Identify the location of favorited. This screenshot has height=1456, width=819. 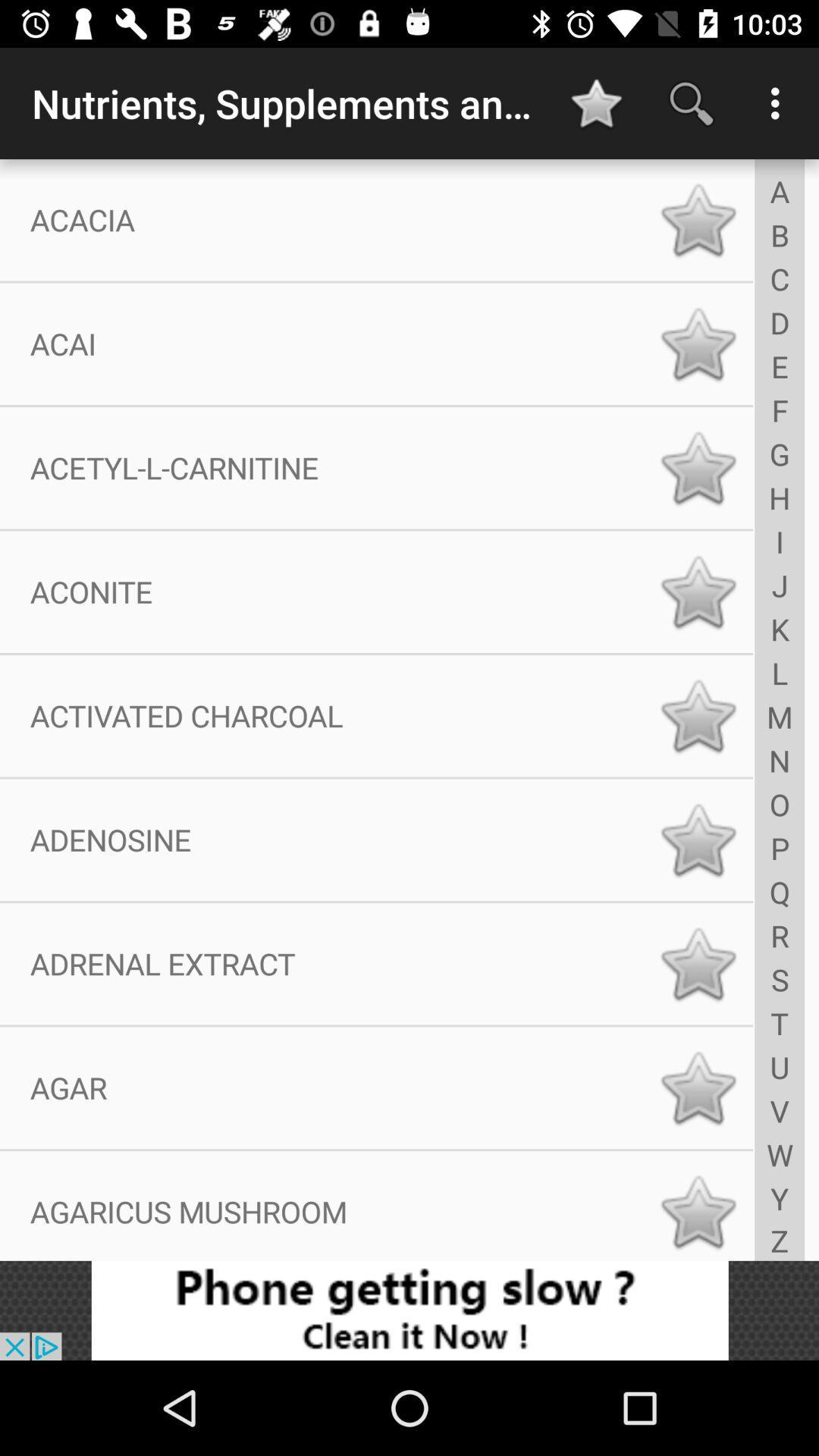
(698, 963).